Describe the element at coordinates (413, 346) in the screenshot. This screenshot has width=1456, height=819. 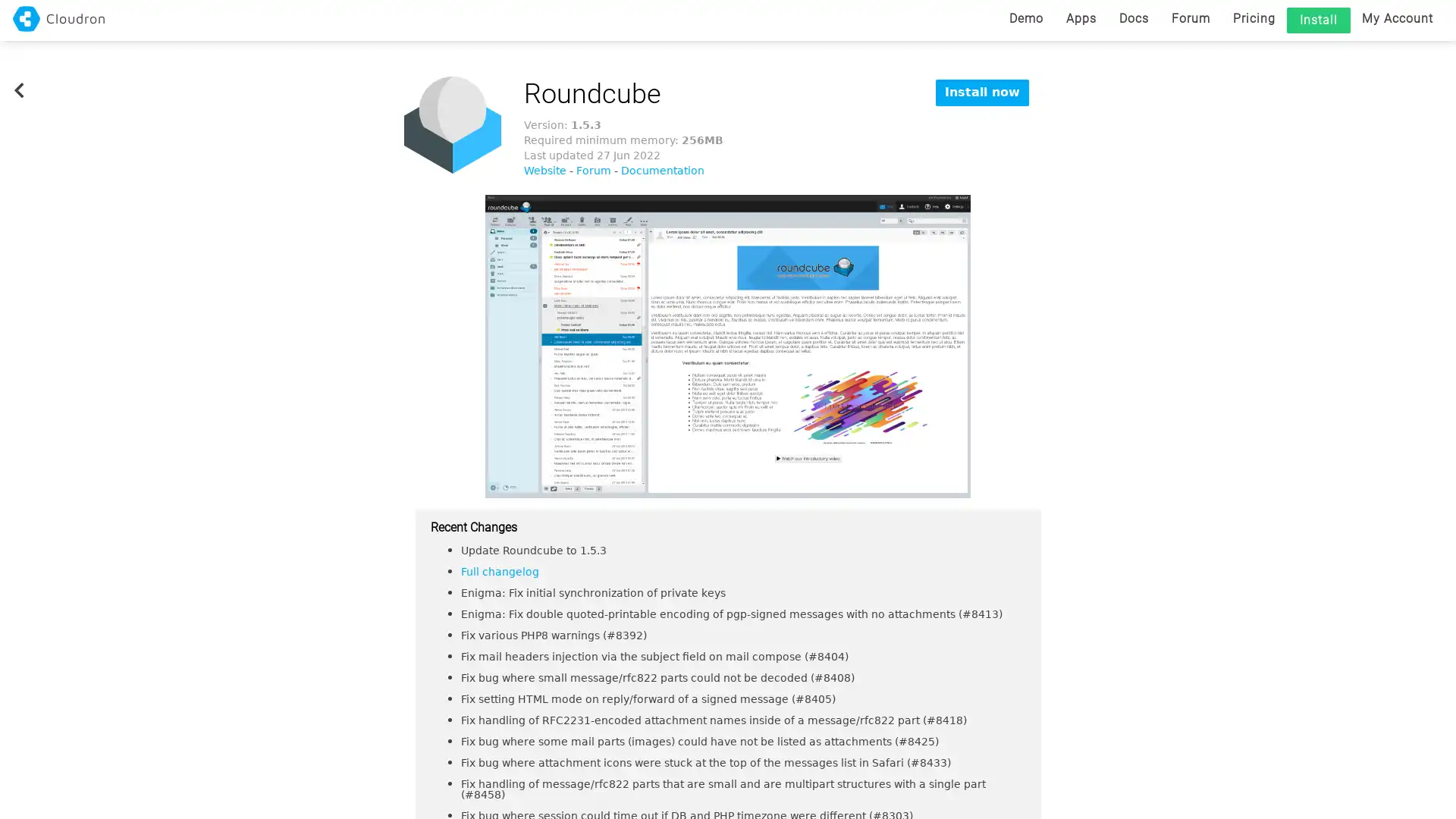
I see `Previous` at that location.